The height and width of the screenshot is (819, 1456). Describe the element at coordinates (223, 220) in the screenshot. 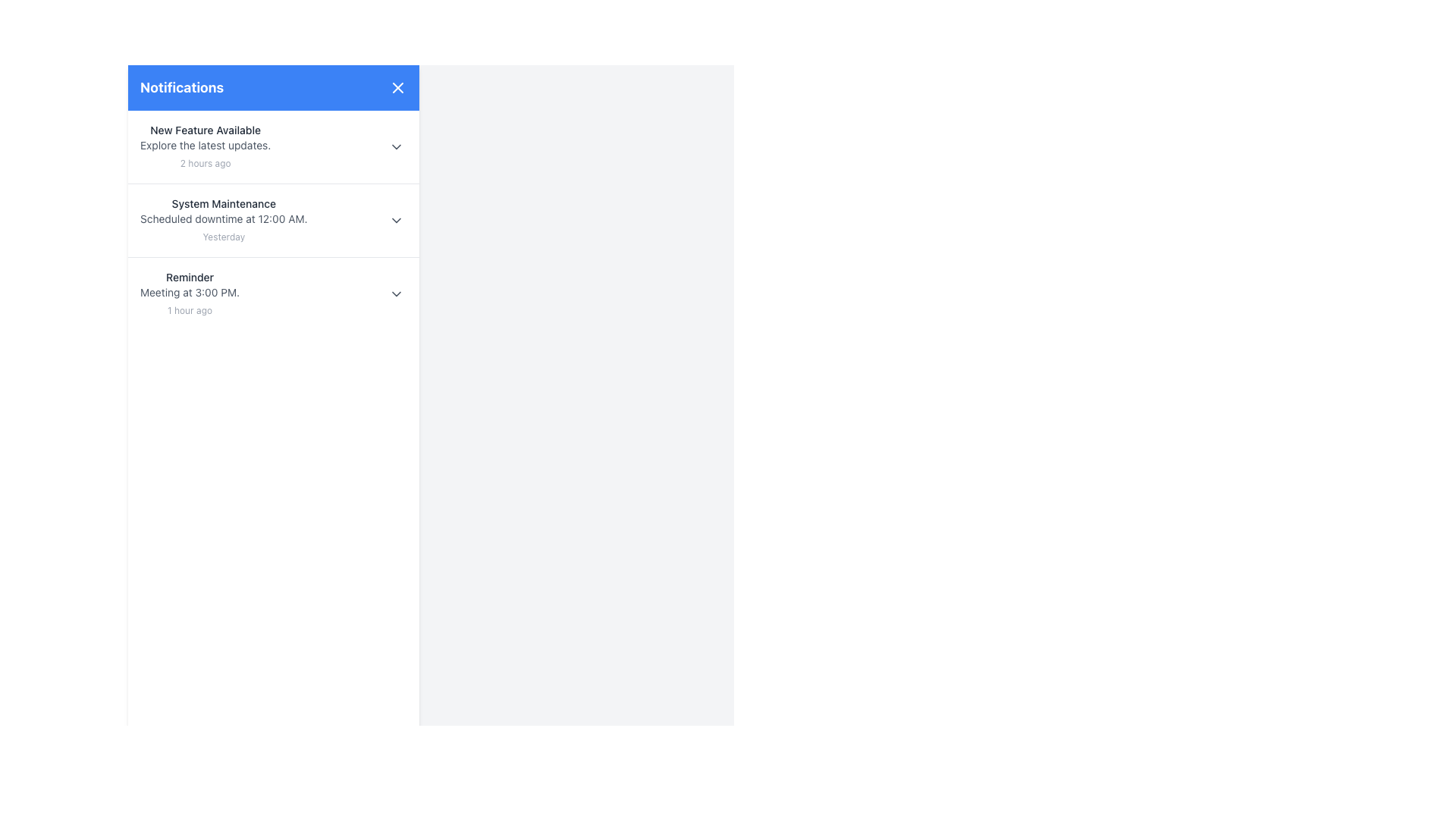

I see `the text block that provides information about a past event related to system maintenance, specifically the one indicating it occurred 'Yesterday', positioned between 'New Feature Available' and 'Reminder: Meeting at 3:00 PM' in the notification panel` at that location.